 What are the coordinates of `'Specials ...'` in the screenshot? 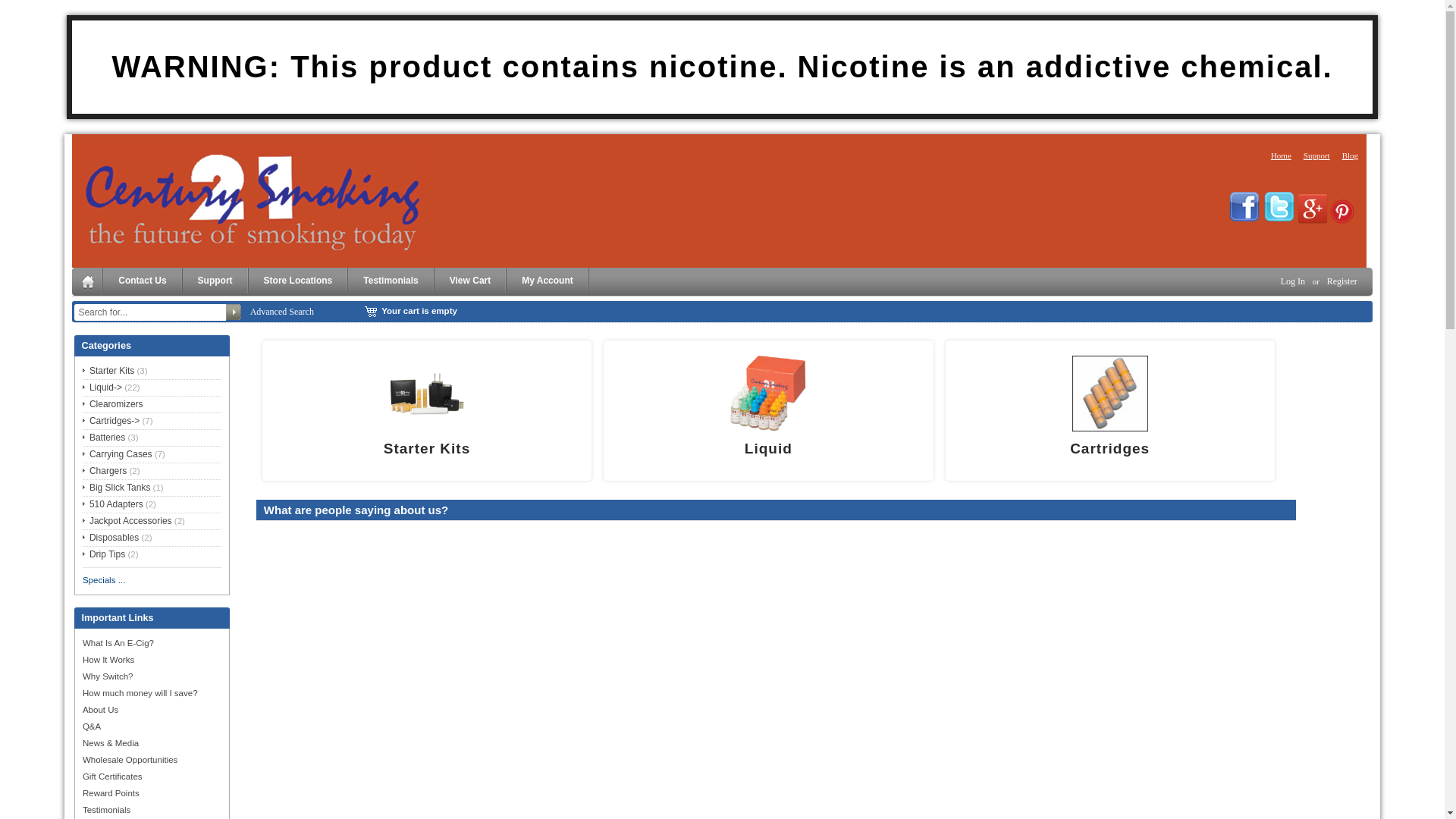 It's located at (103, 579).